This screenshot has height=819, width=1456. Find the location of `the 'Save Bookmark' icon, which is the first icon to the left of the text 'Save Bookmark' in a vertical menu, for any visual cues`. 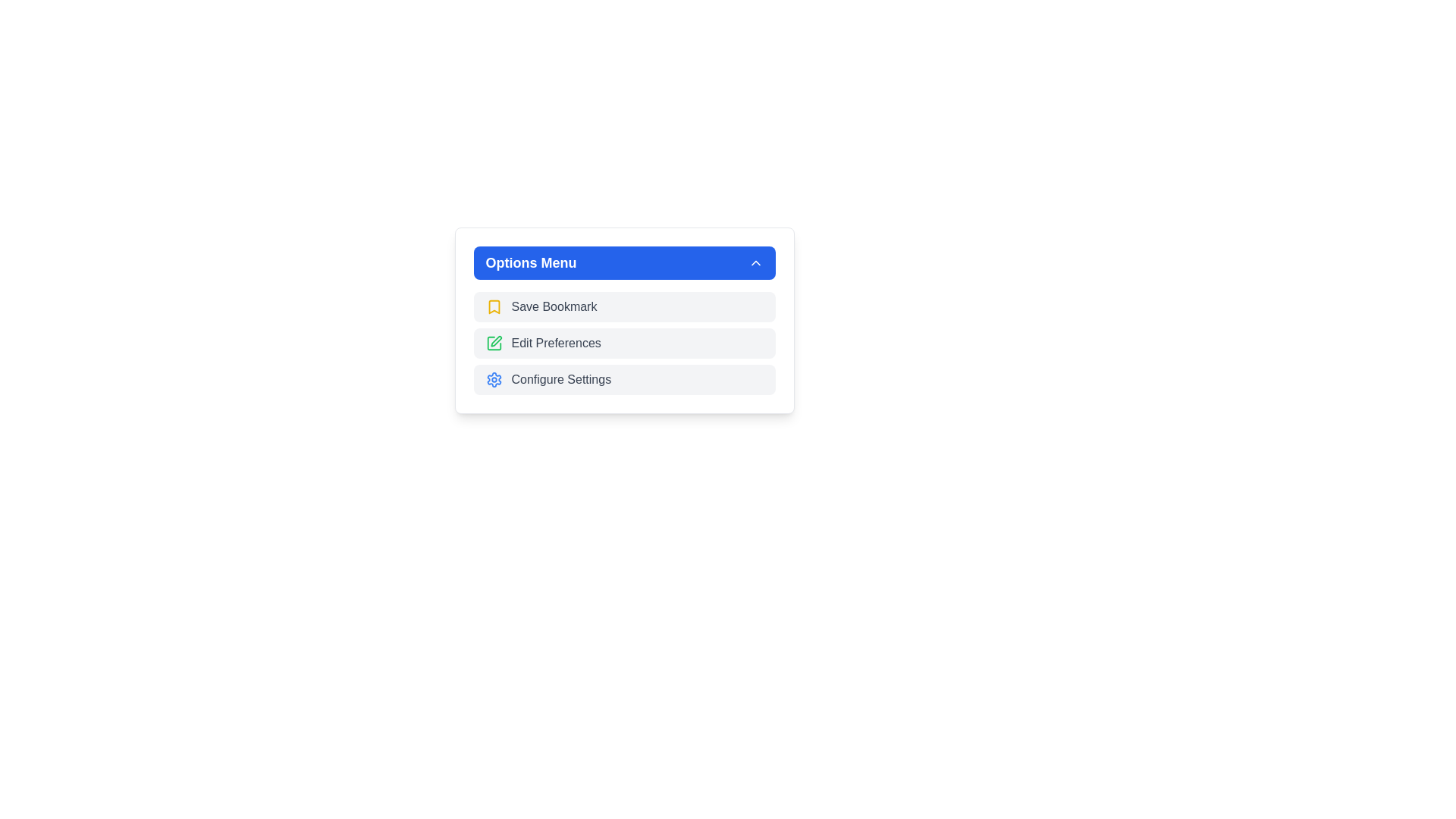

the 'Save Bookmark' icon, which is the first icon to the left of the text 'Save Bookmark' in a vertical menu, for any visual cues is located at coordinates (494, 307).